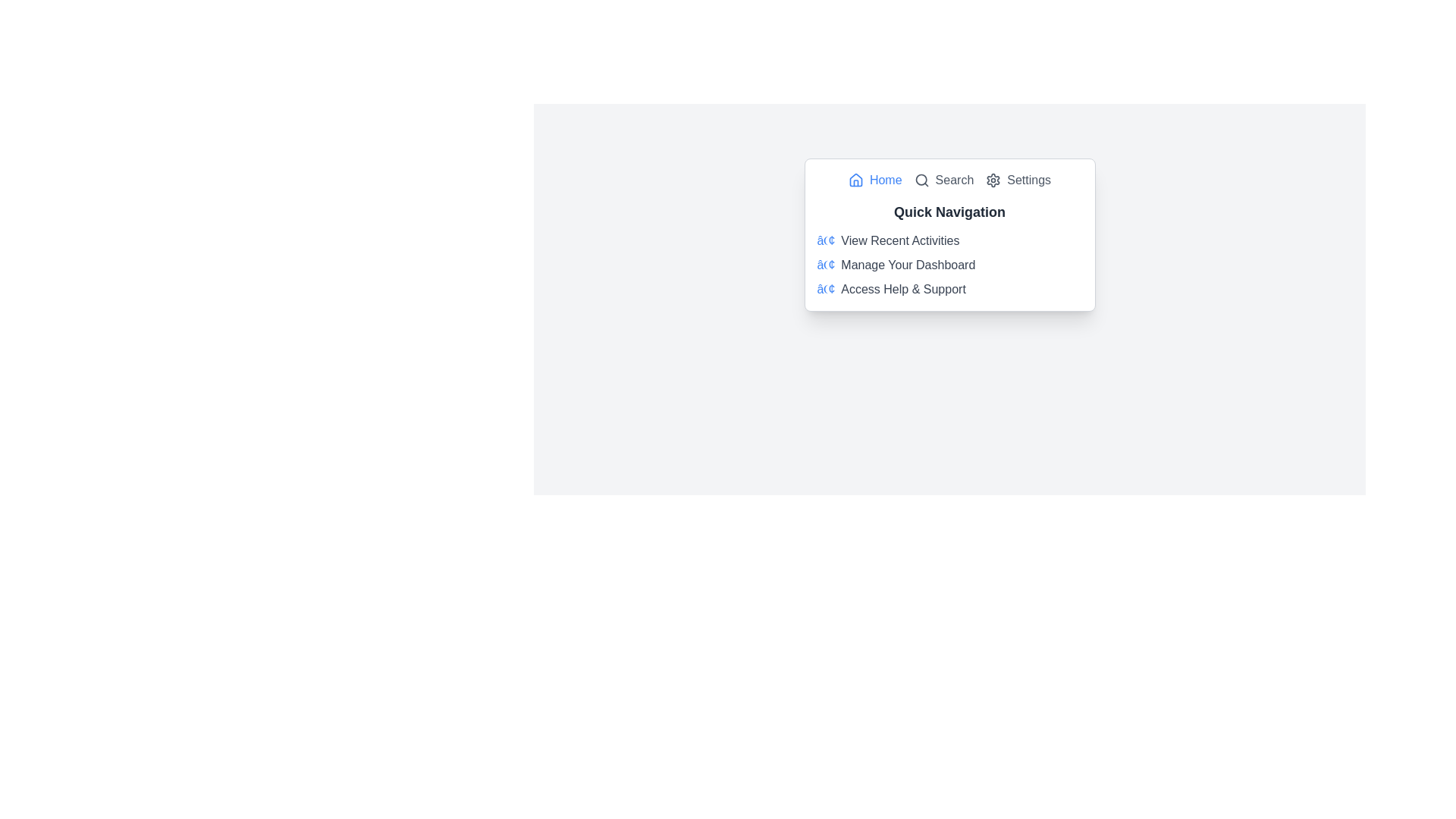 The image size is (1456, 819). I want to click on the 'View Recent Activities' text label, which is the first item in the vertical navigation list under 'Quick Navigation', so click(900, 240).